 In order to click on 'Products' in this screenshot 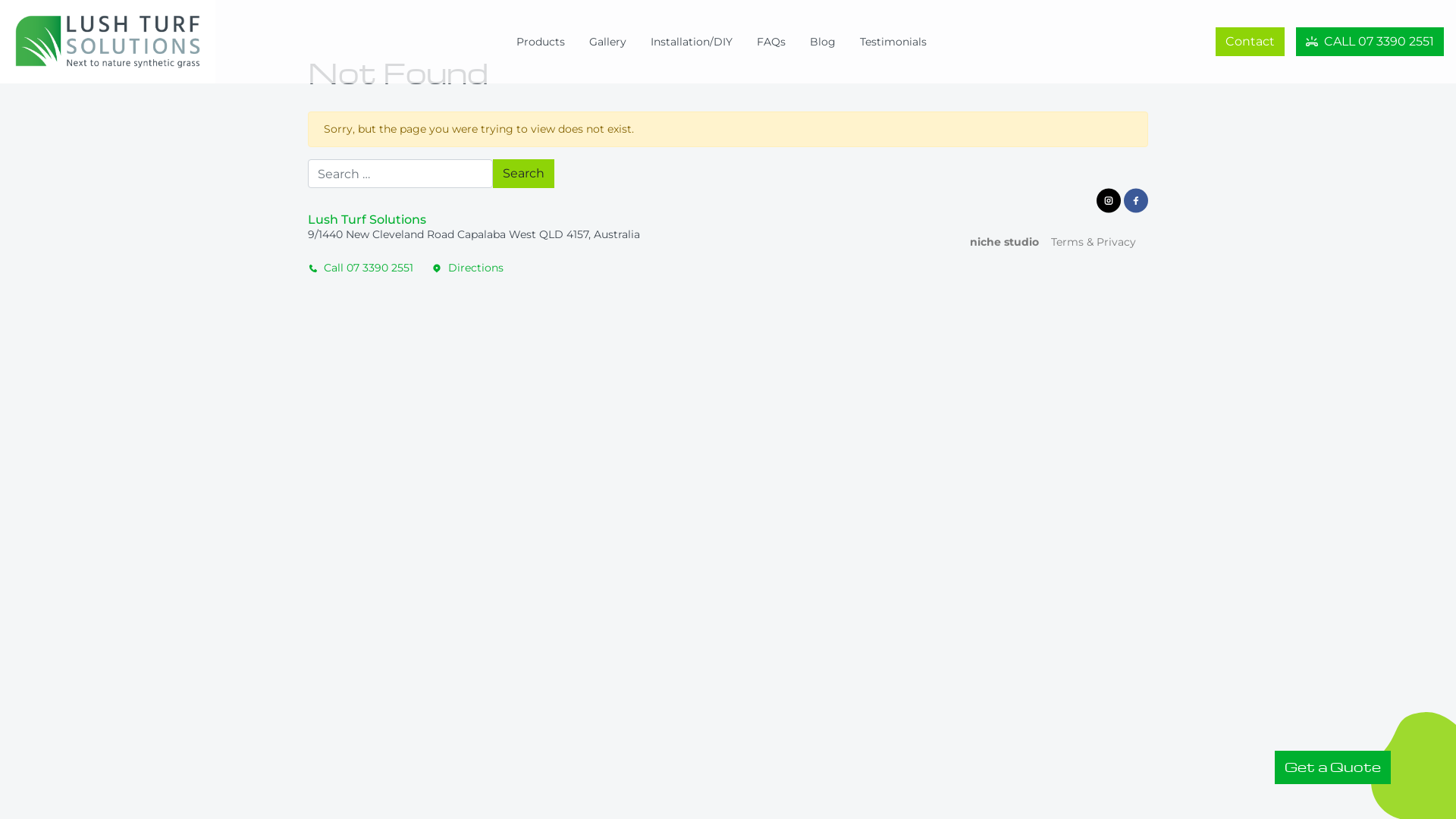, I will do `click(541, 41)`.